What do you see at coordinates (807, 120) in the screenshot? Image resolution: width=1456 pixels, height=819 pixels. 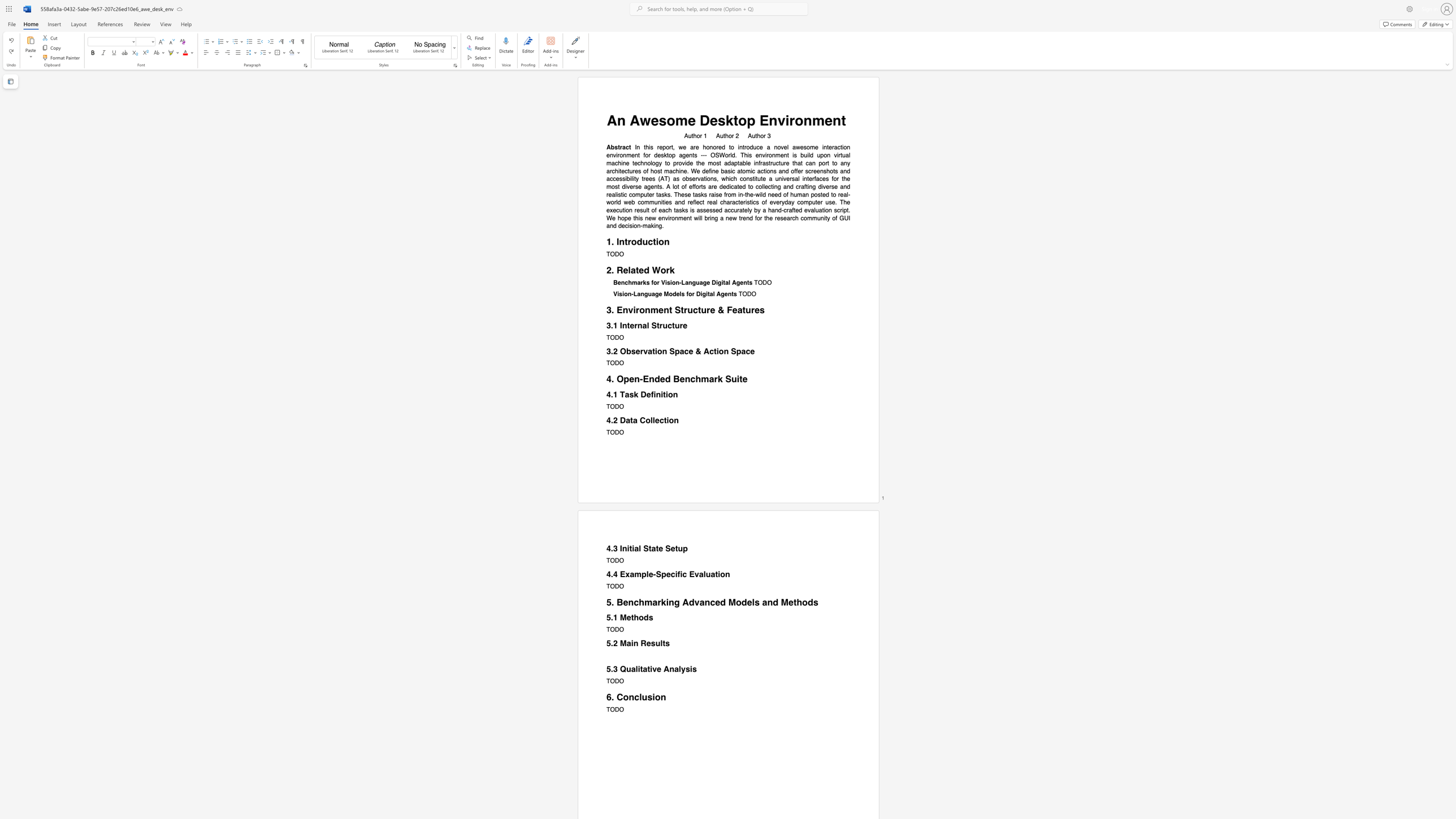 I see `the 3th character "n" in the text` at bounding box center [807, 120].